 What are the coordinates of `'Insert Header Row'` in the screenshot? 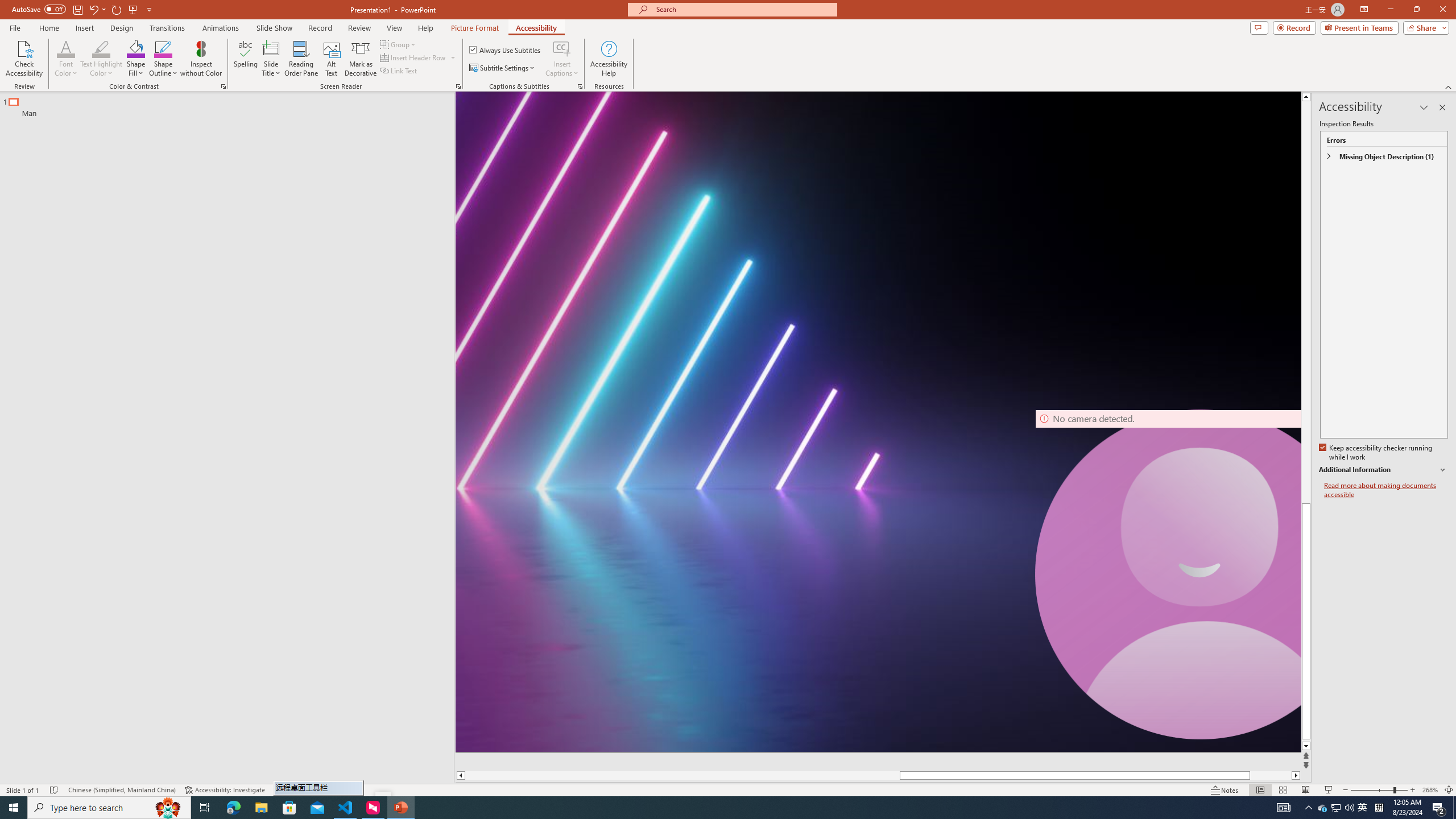 It's located at (413, 56).